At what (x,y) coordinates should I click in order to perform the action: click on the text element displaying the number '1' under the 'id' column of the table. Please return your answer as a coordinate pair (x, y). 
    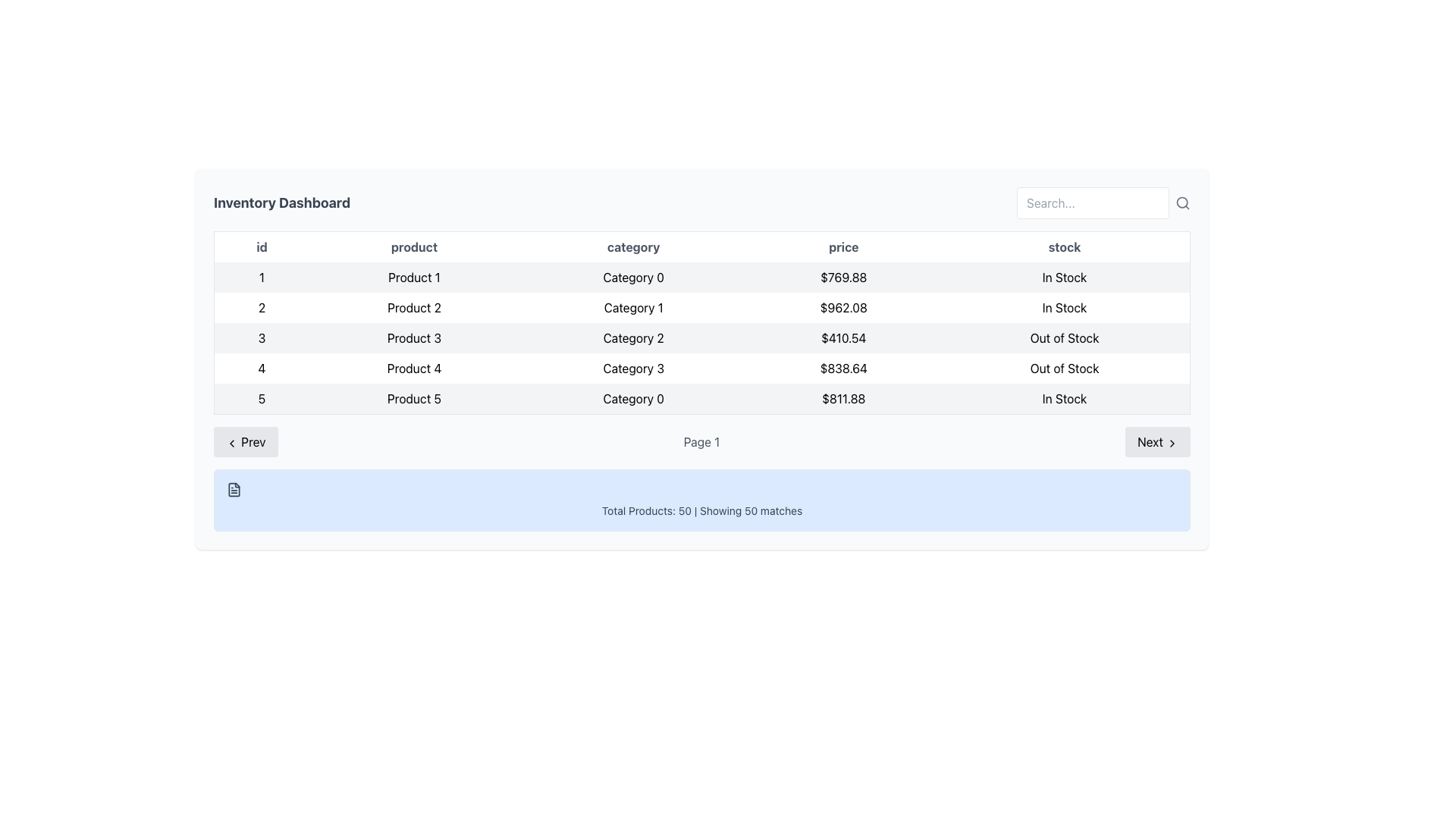
    Looking at the image, I should click on (262, 278).